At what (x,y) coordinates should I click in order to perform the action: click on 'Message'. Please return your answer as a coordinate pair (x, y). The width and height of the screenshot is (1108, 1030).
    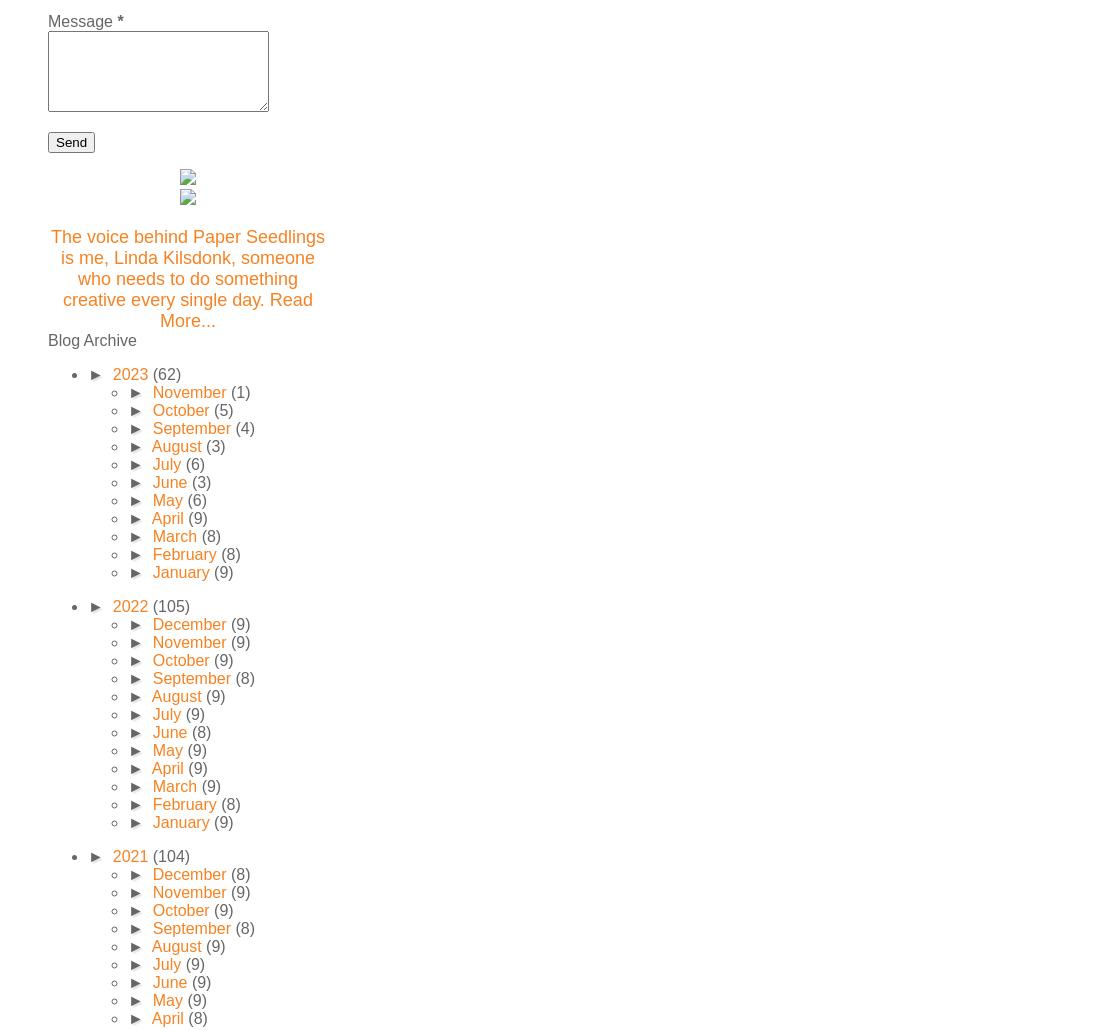
    Looking at the image, I should click on (81, 21).